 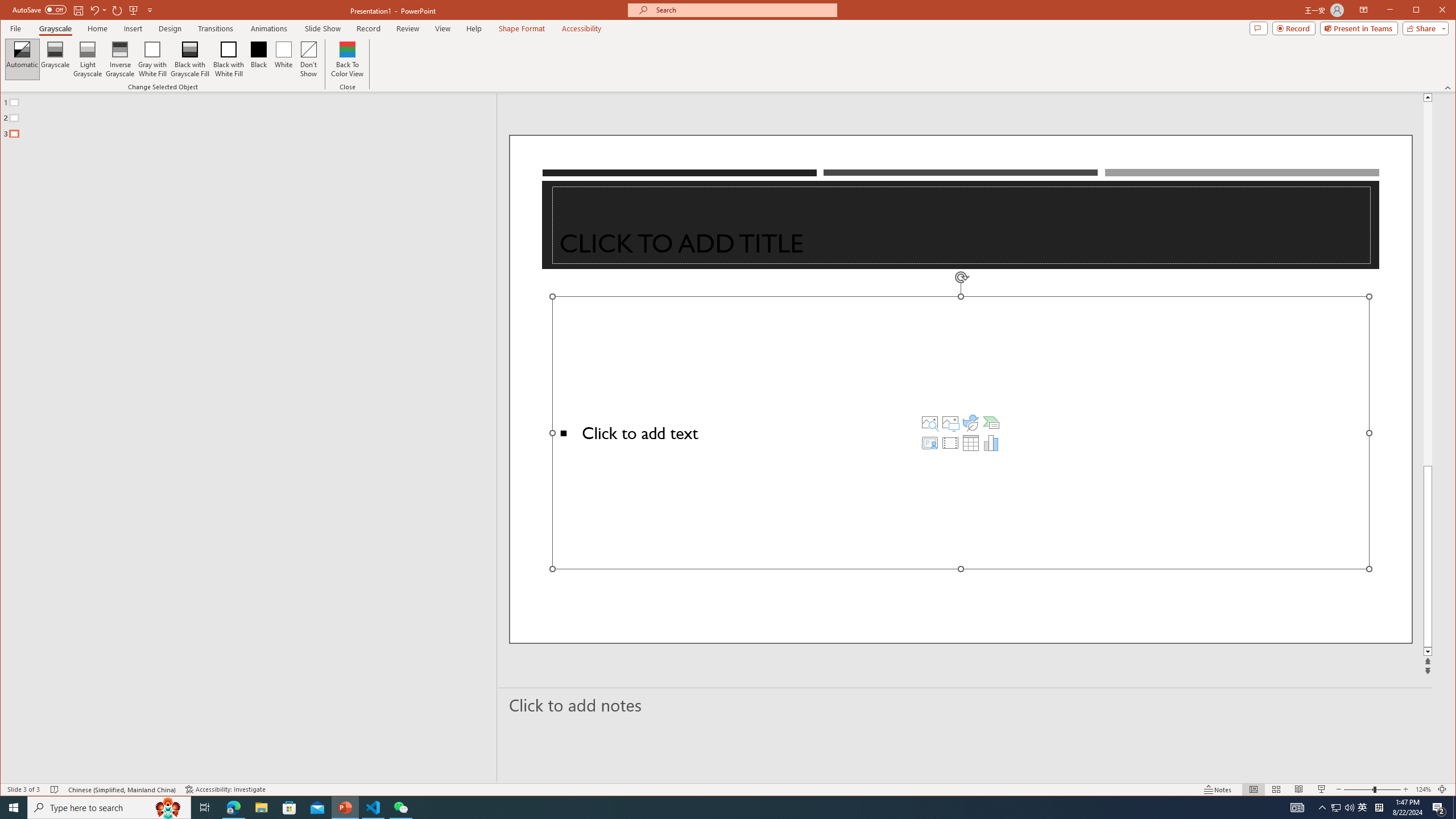 What do you see at coordinates (190, 59) in the screenshot?
I see `'Black with Grayscale Fill'` at bounding box center [190, 59].